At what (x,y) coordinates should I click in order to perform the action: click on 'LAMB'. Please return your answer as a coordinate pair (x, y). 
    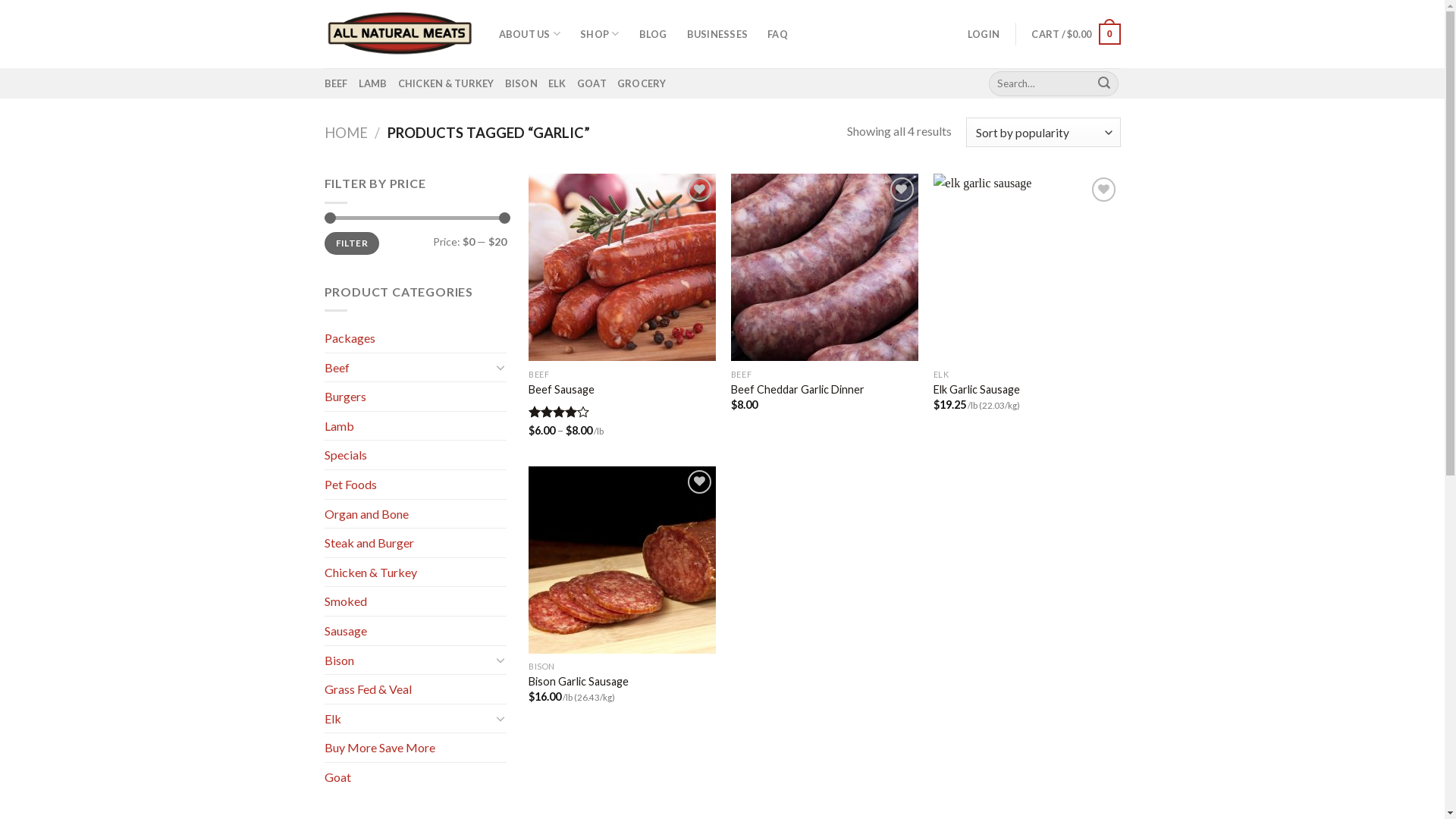
    Looking at the image, I should click on (373, 83).